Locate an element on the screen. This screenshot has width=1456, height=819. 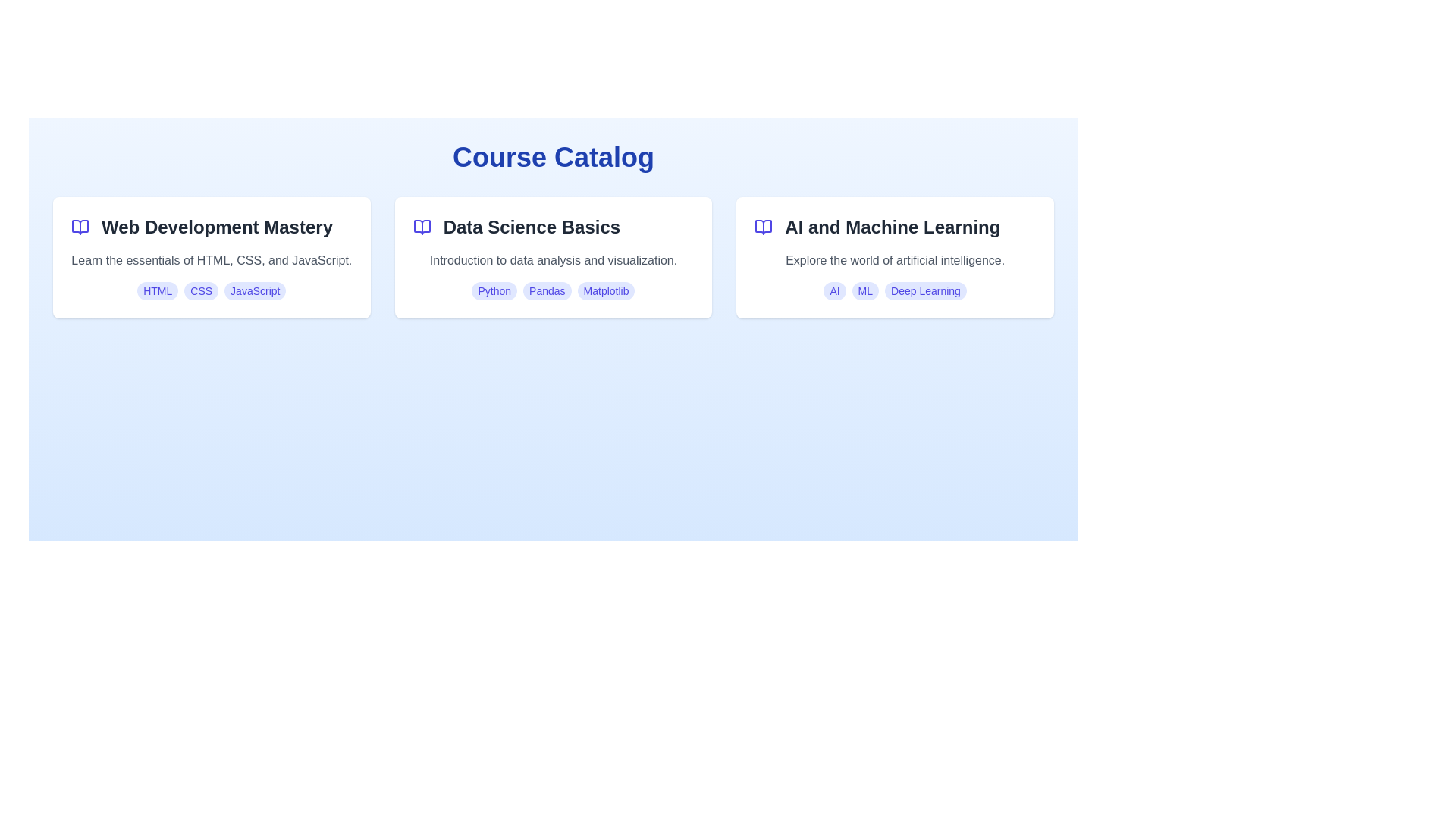
the pill-shaped button labeled 'HTML' with a light indigo background, located under the 'Web Development Mastery' heading is located at coordinates (158, 291).